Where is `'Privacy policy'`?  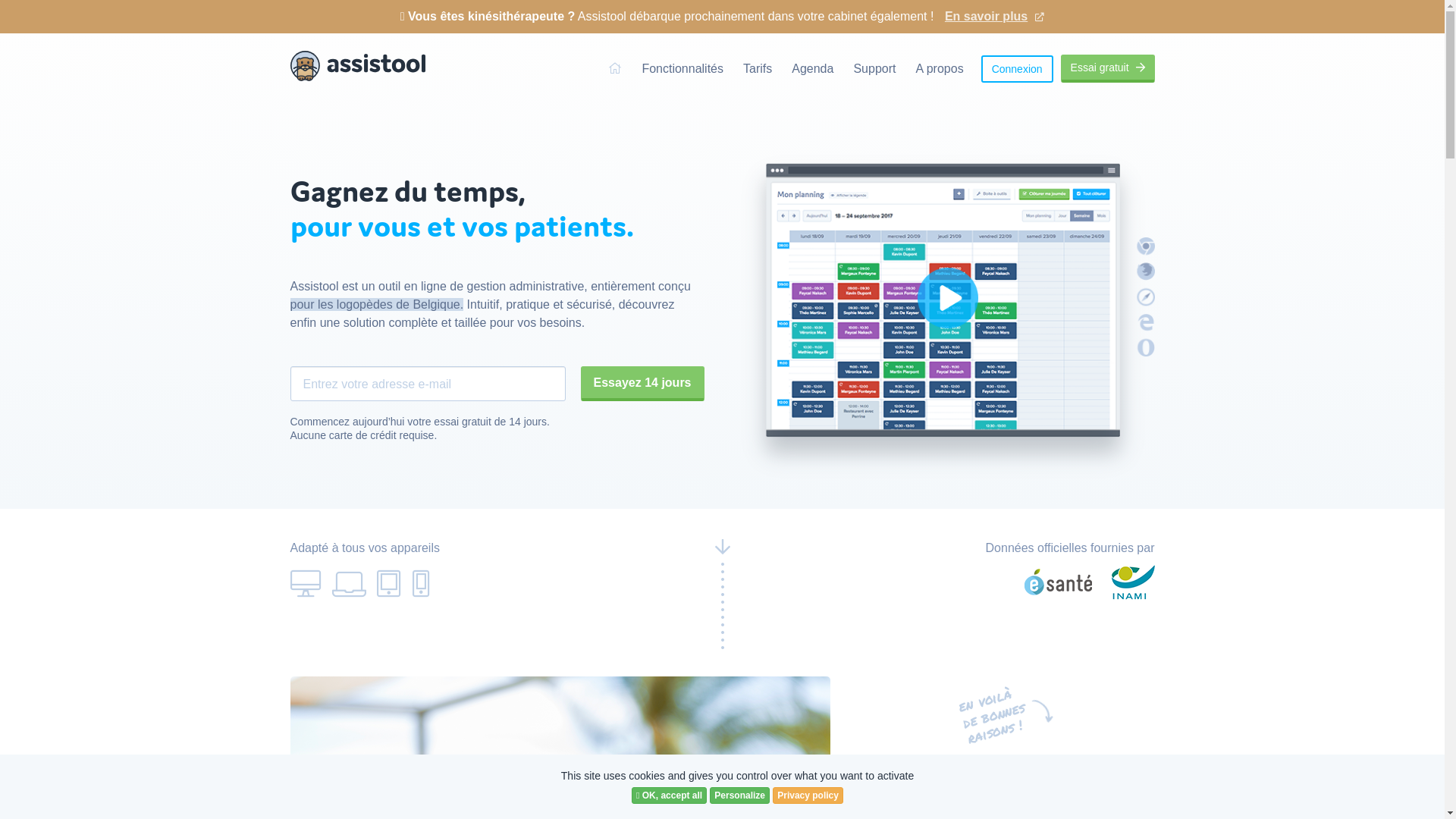 'Privacy policy' is located at coordinates (807, 795).